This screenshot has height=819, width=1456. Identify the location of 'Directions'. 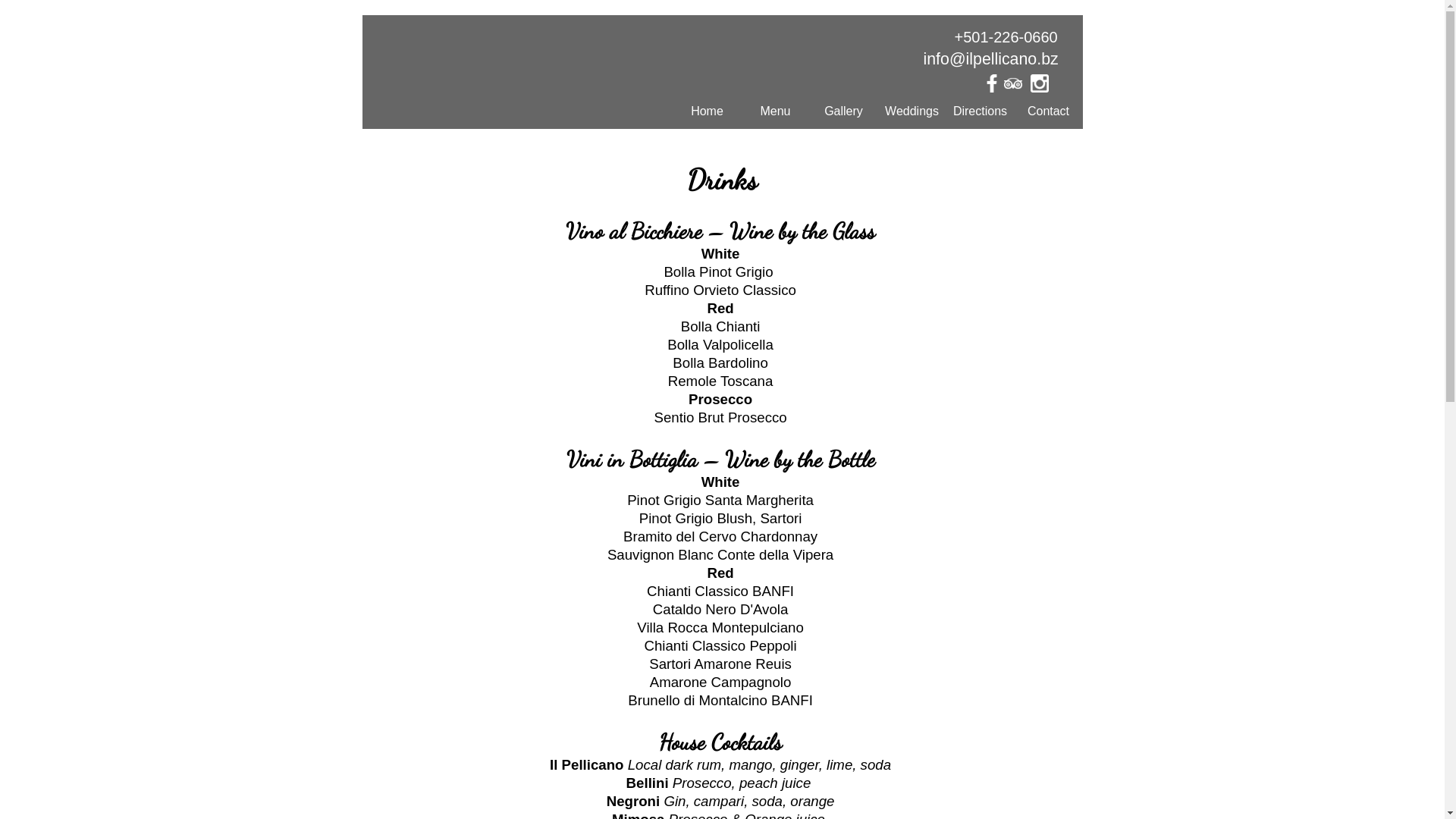
(980, 110).